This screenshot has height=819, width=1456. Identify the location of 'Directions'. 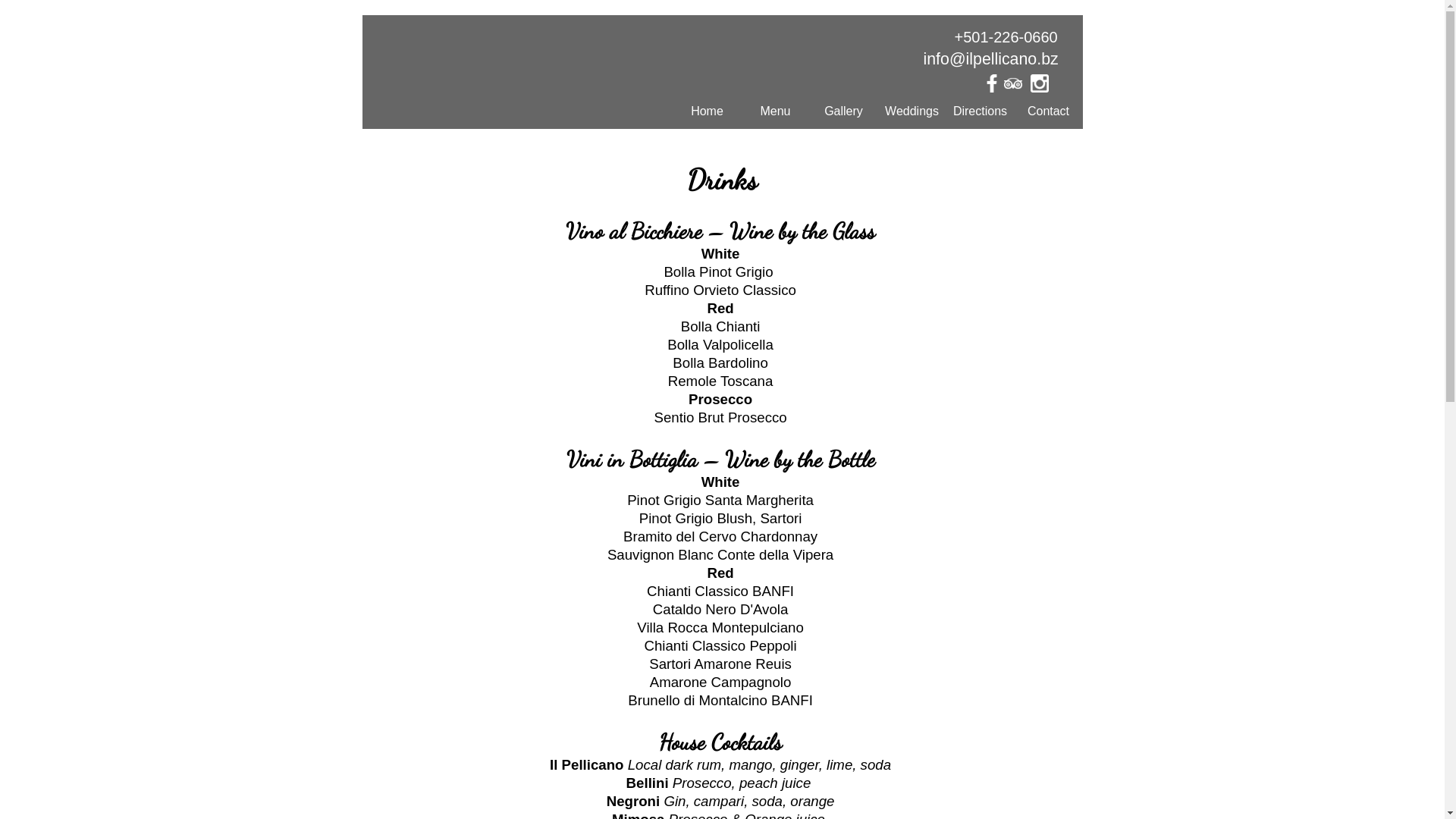
(980, 110).